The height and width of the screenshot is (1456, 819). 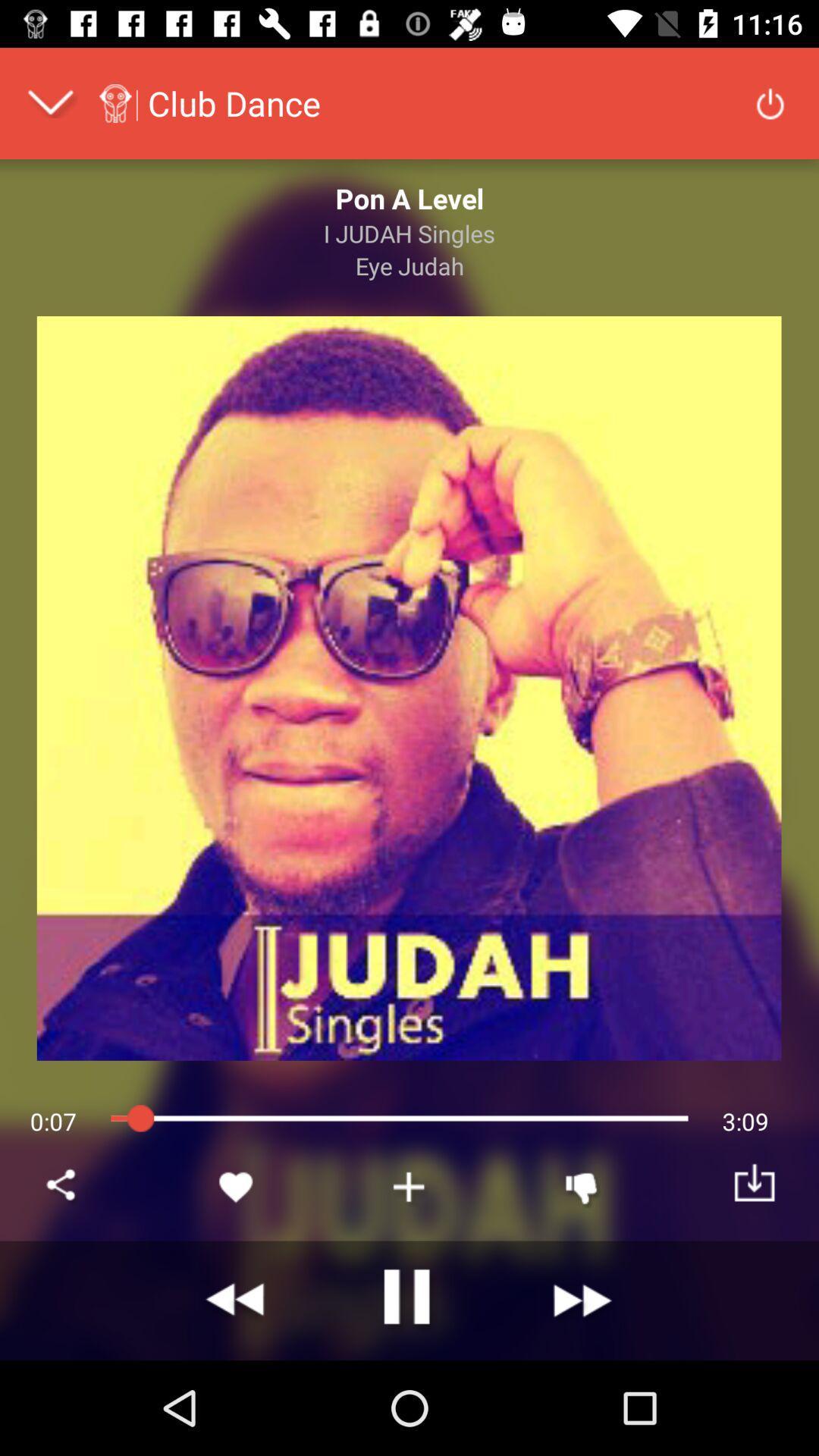 I want to click on icon next to club dance item, so click(x=770, y=102).